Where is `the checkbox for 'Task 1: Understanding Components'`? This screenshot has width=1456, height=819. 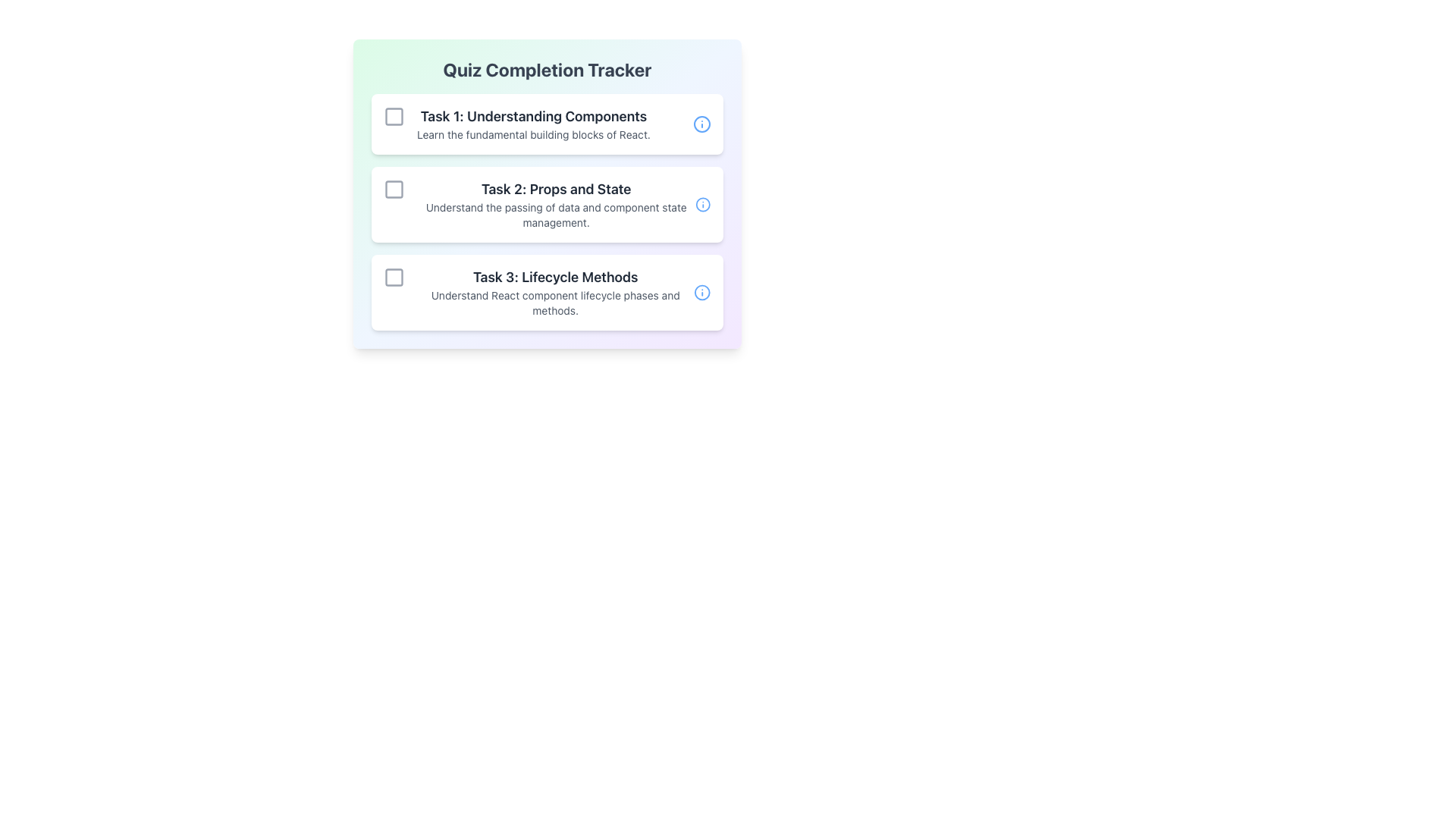 the checkbox for 'Task 1: Understanding Components' is located at coordinates (394, 116).